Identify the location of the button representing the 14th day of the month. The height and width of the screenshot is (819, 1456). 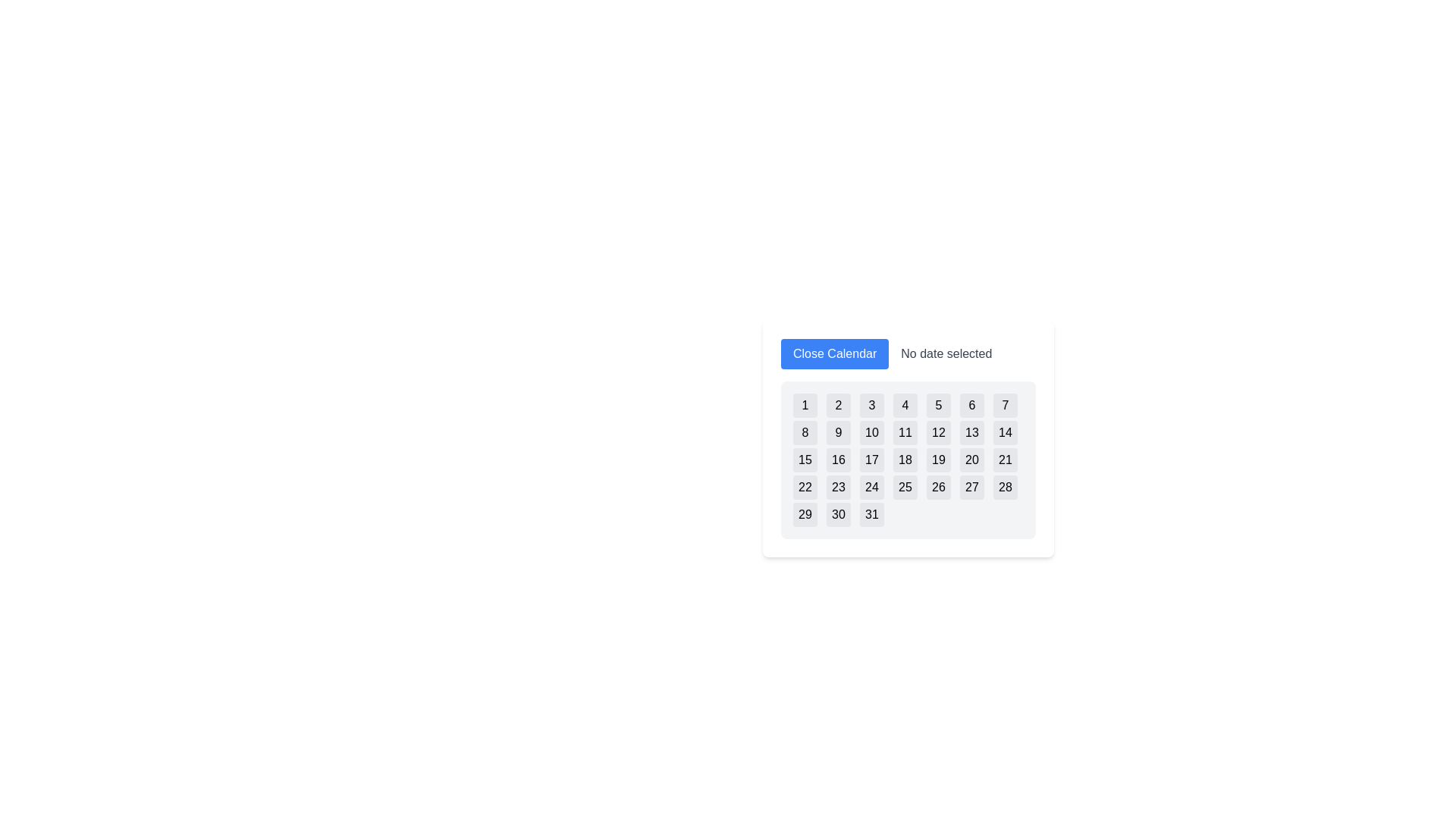
(1005, 432).